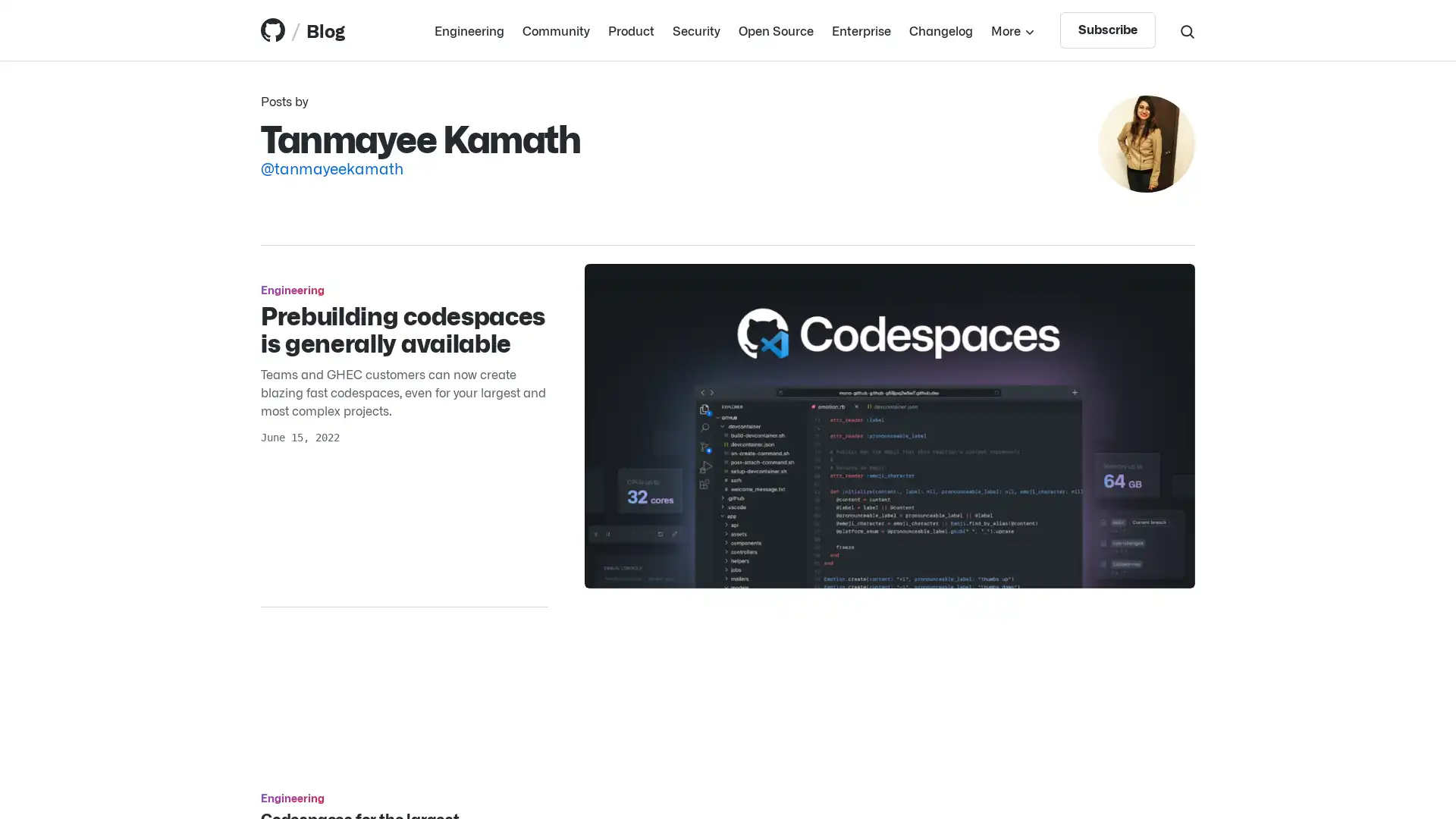 This screenshot has height=819, width=1456. I want to click on More, so click(1013, 29).